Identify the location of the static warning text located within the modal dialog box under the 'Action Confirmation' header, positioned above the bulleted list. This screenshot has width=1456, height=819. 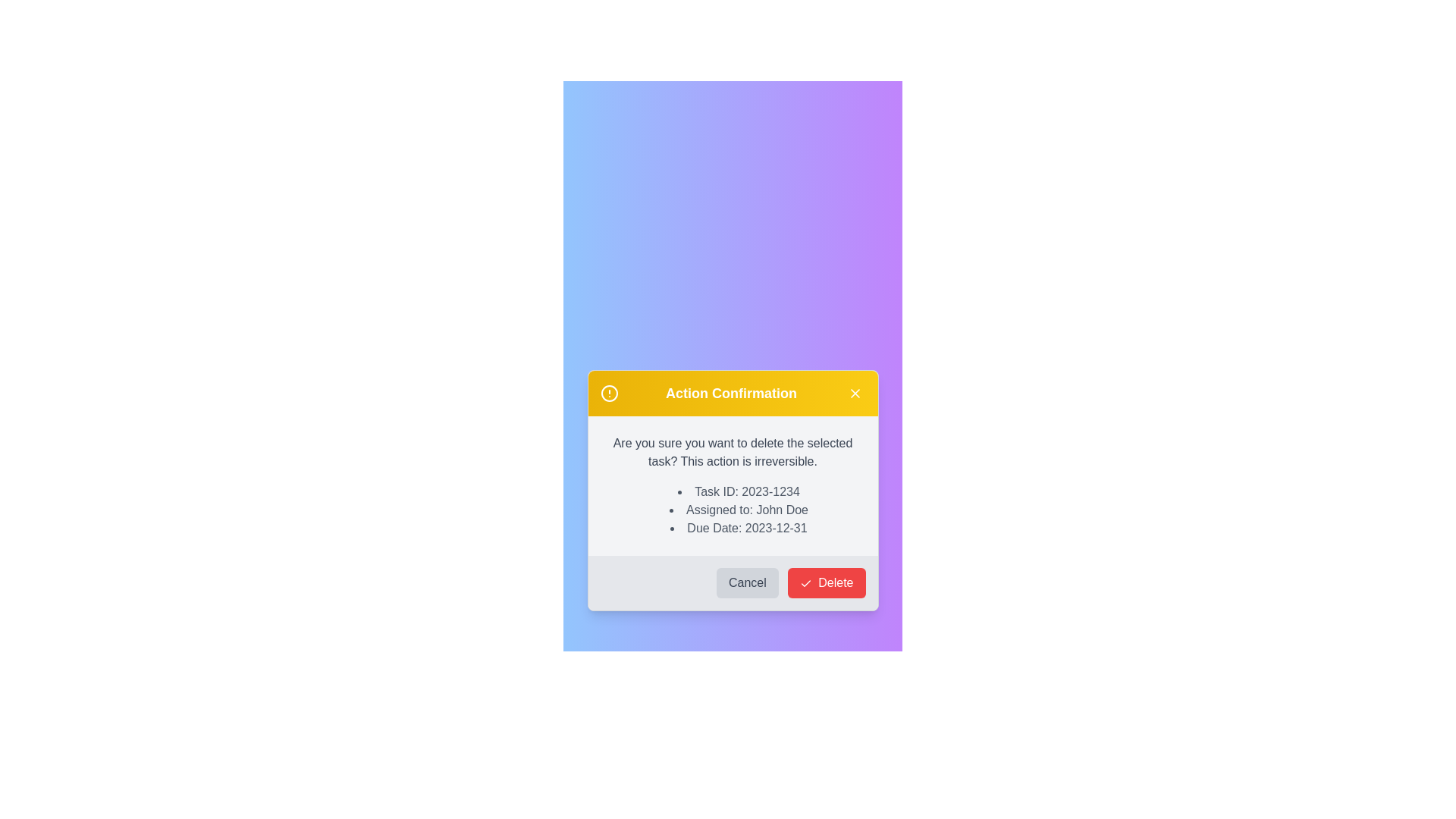
(733, 452).